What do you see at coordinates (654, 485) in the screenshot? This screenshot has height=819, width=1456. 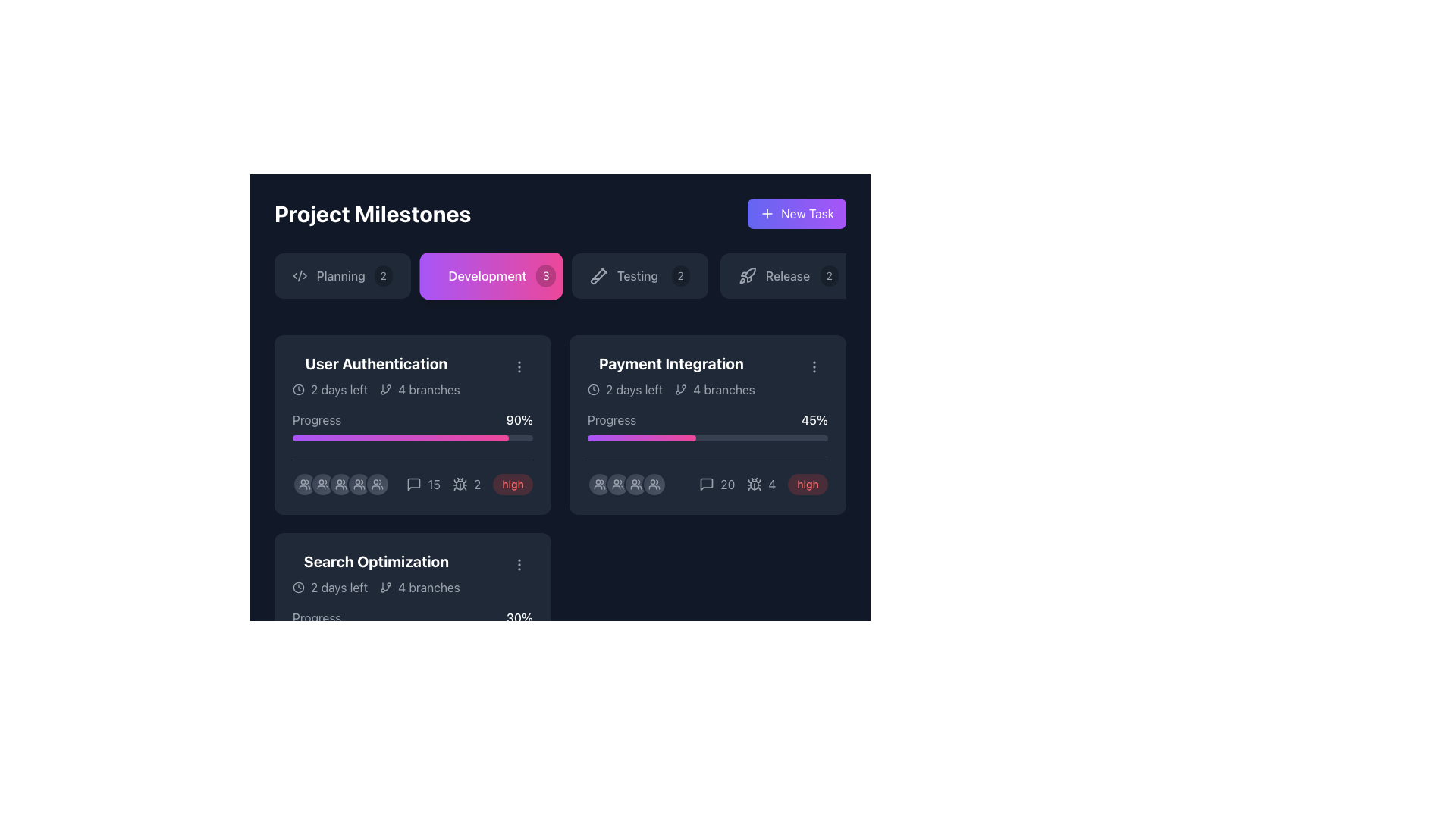 I see `the team association icon located in the top-right quadrant of the interface within the 'Payment Integration' section` at bounding box center [654, 485].